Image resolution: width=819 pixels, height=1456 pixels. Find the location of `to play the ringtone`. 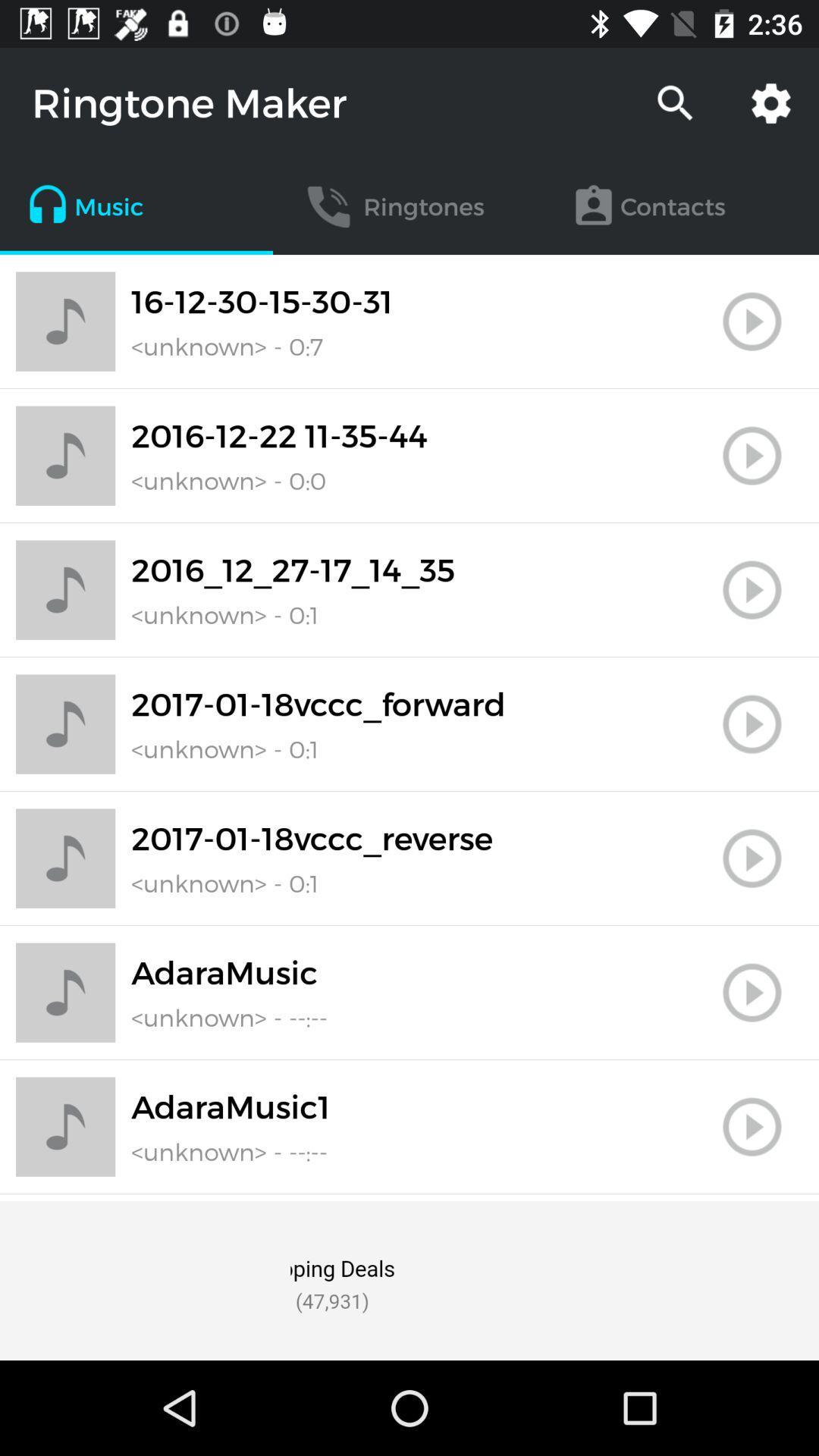

to play the ringtone is located at coordinates (752, 858).